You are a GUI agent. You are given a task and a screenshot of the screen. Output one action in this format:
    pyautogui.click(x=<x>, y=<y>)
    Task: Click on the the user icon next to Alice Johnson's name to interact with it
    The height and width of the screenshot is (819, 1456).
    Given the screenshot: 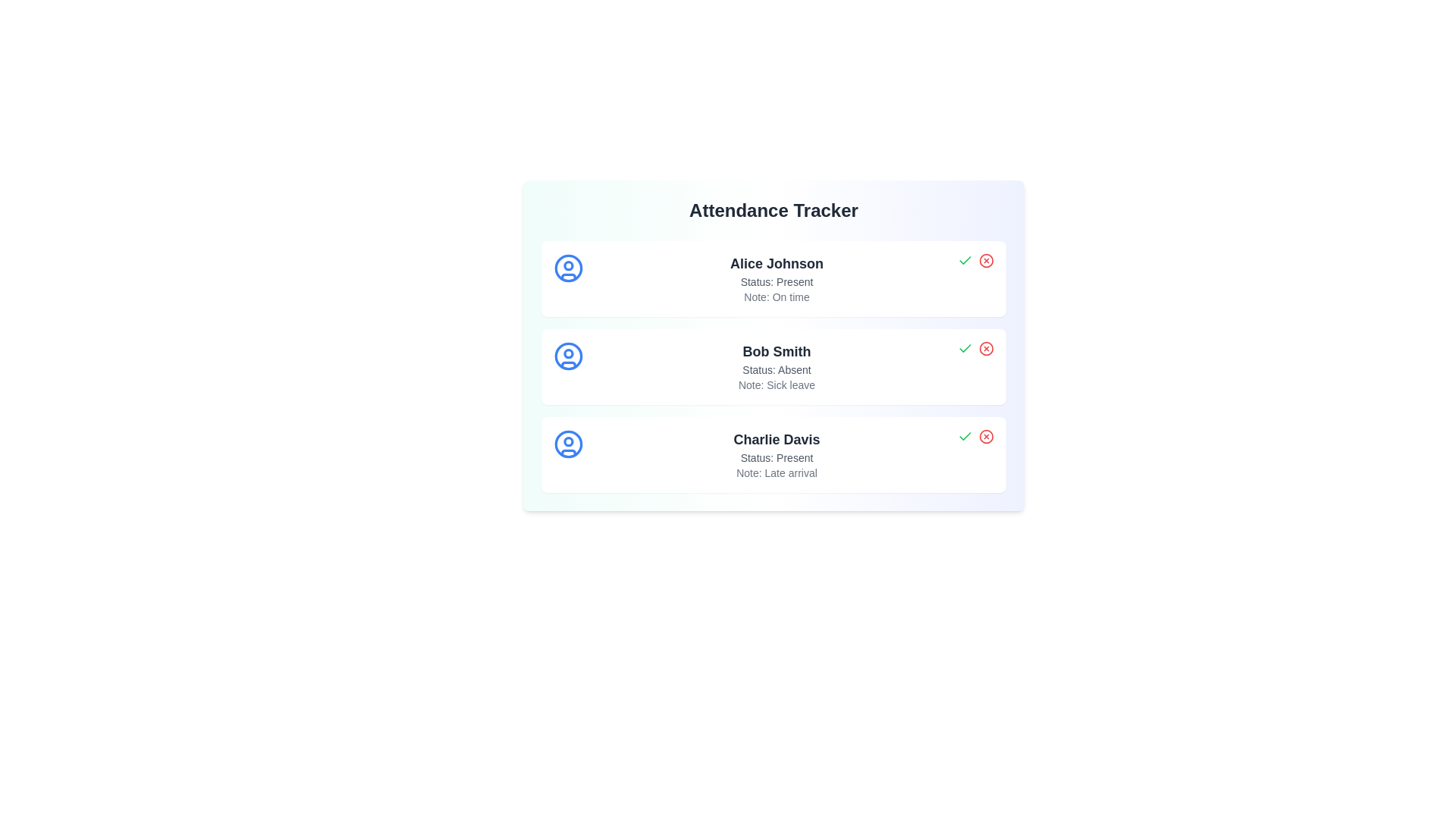 What is the action you would take?
    pyautogui.click(x=567, y=268)
    